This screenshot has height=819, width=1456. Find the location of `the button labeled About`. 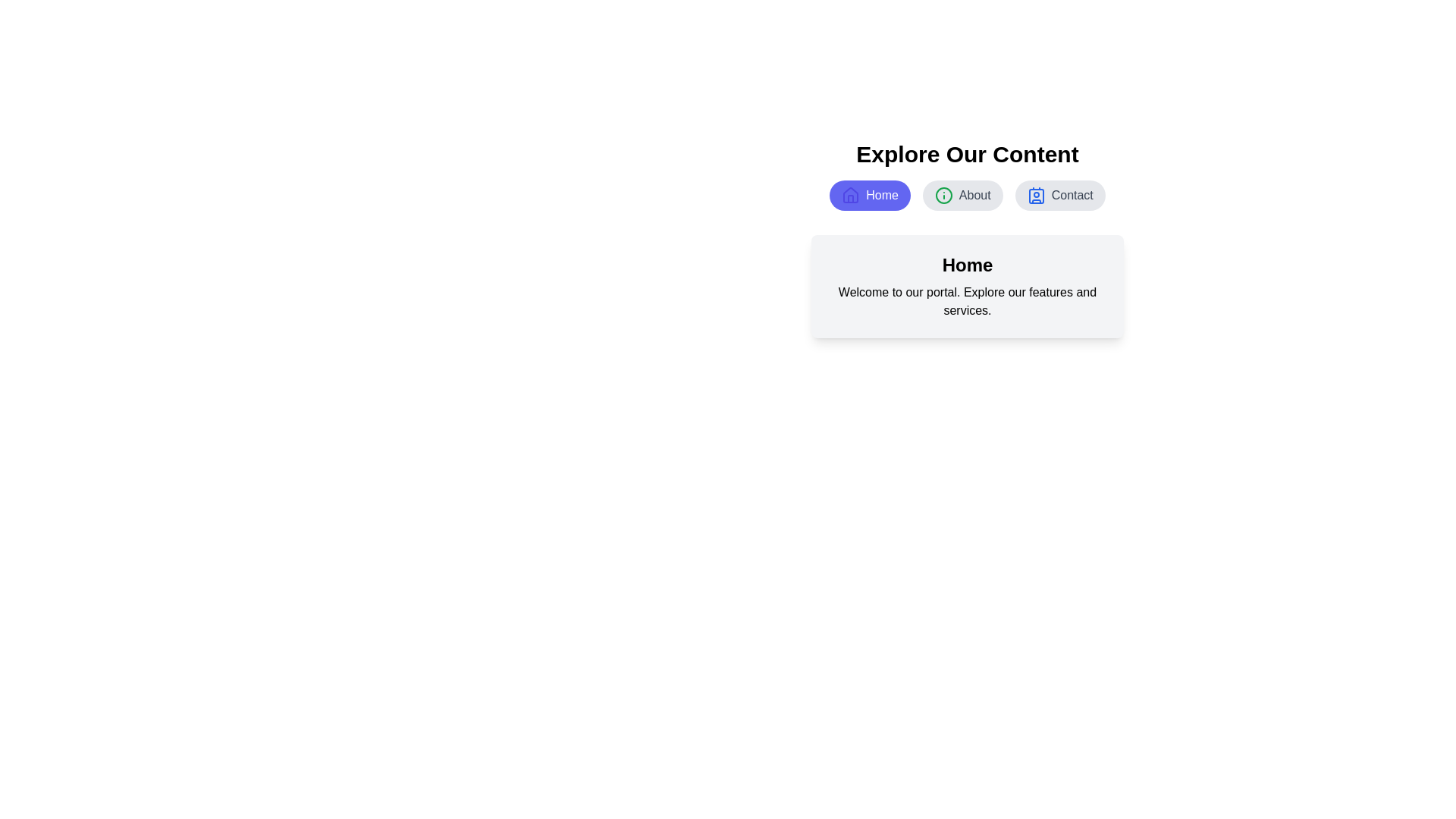

the button labeled About is located at coordinates (962, 195).